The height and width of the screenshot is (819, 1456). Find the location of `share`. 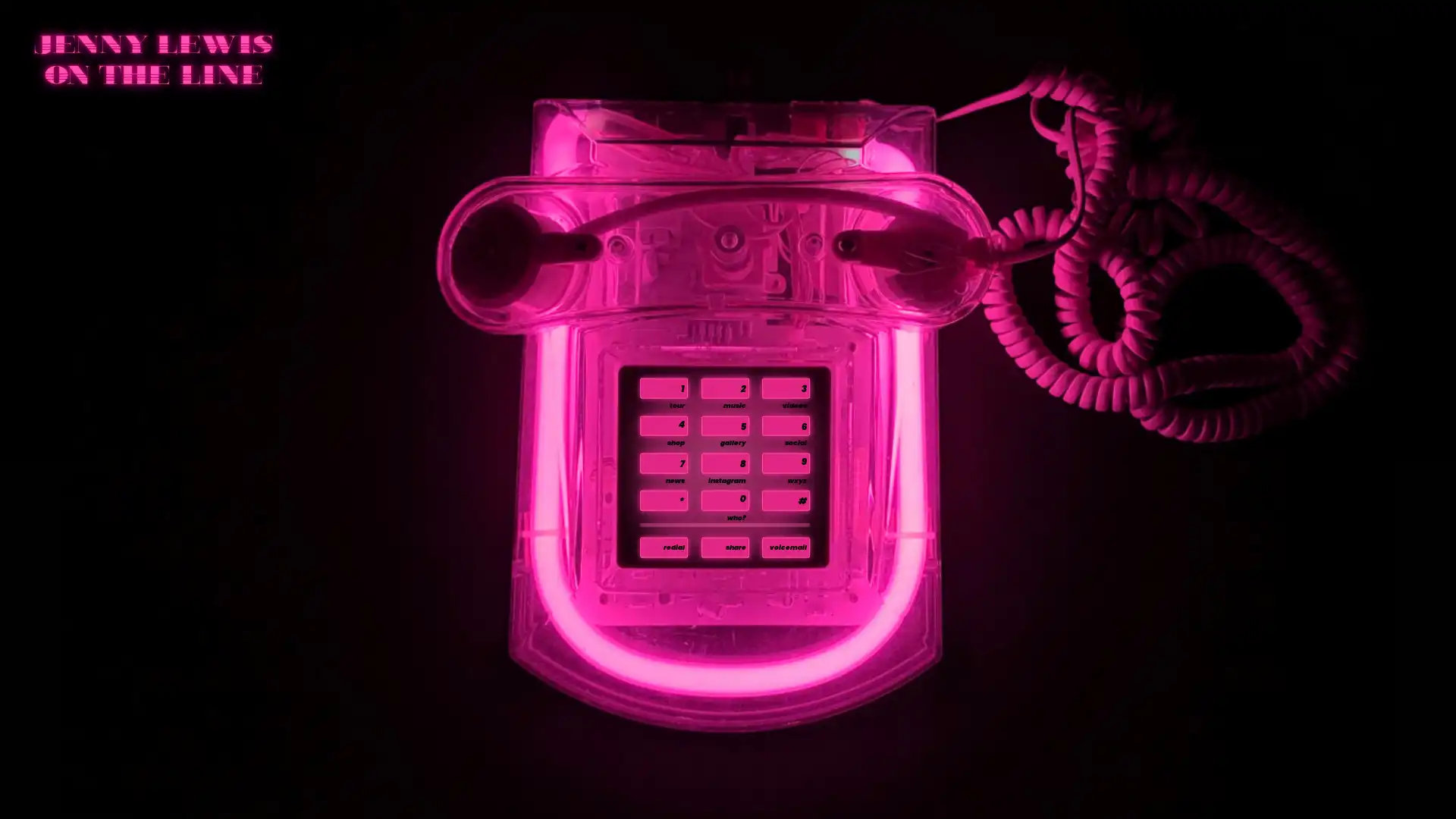

share is located at coordinates (723, 547).